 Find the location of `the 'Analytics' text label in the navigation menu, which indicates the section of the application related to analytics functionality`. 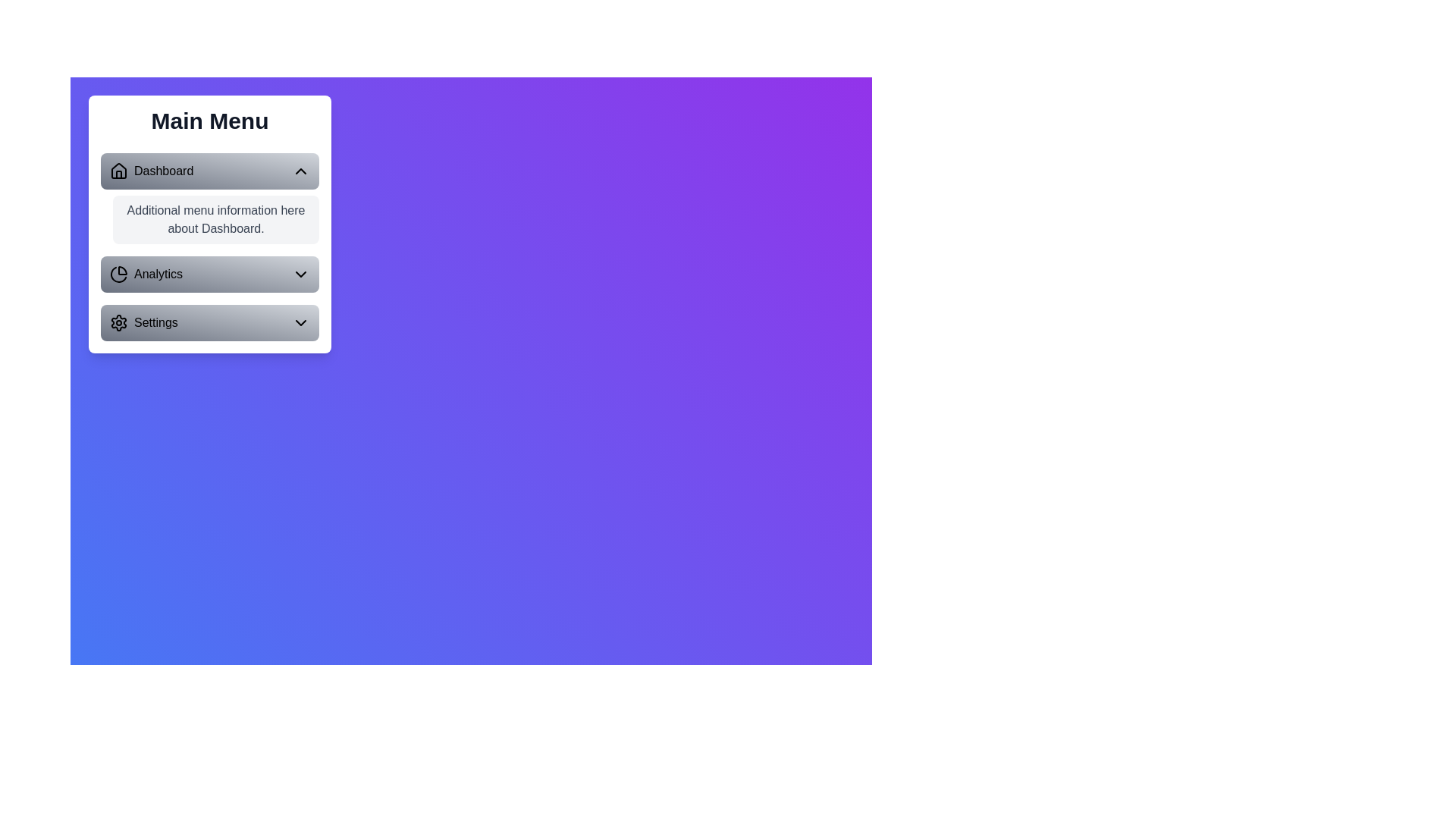

the 'Analytics' text label in the navigation menu, which indicates the section of the application related to analytics functionality is located at coordinates (158, 275).